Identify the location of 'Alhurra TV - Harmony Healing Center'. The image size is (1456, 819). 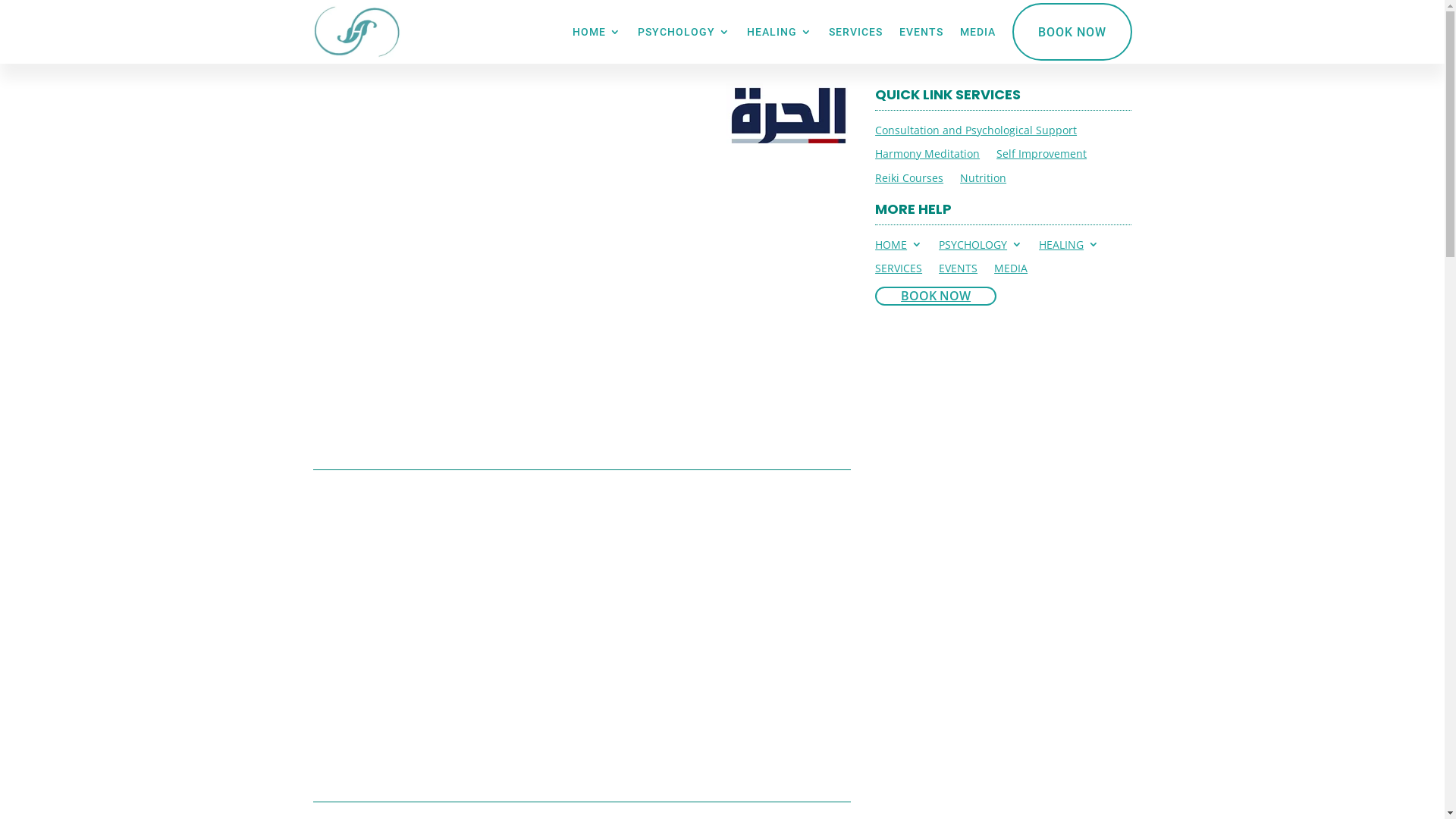
(789, 112).